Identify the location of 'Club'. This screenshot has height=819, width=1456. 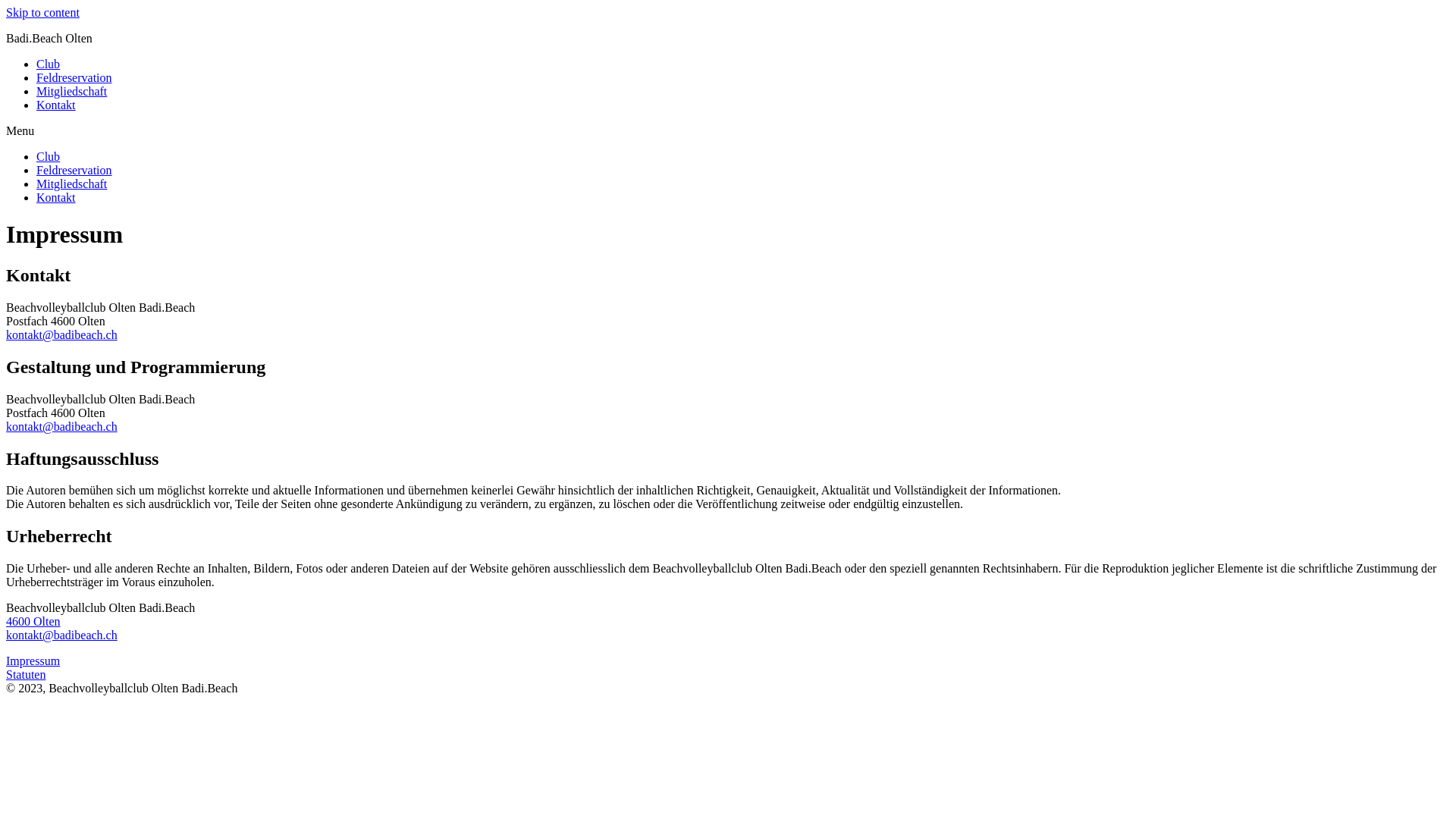
(48, 156).